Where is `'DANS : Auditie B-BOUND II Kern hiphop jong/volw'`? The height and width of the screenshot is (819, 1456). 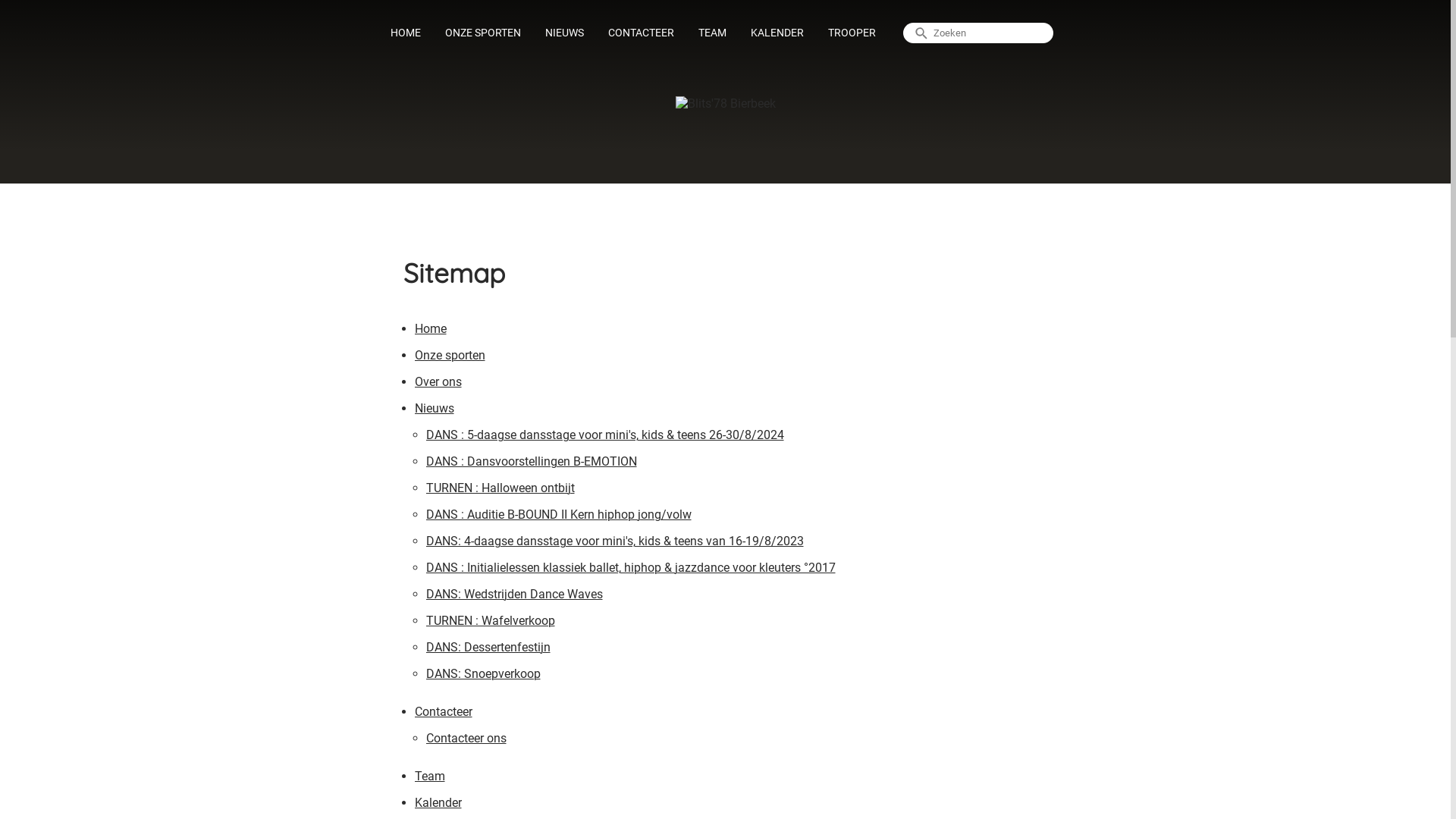
'DANS : Auditie B-BOUND II Kern hiphop jong/volw' is located at coordinates (558, 516).